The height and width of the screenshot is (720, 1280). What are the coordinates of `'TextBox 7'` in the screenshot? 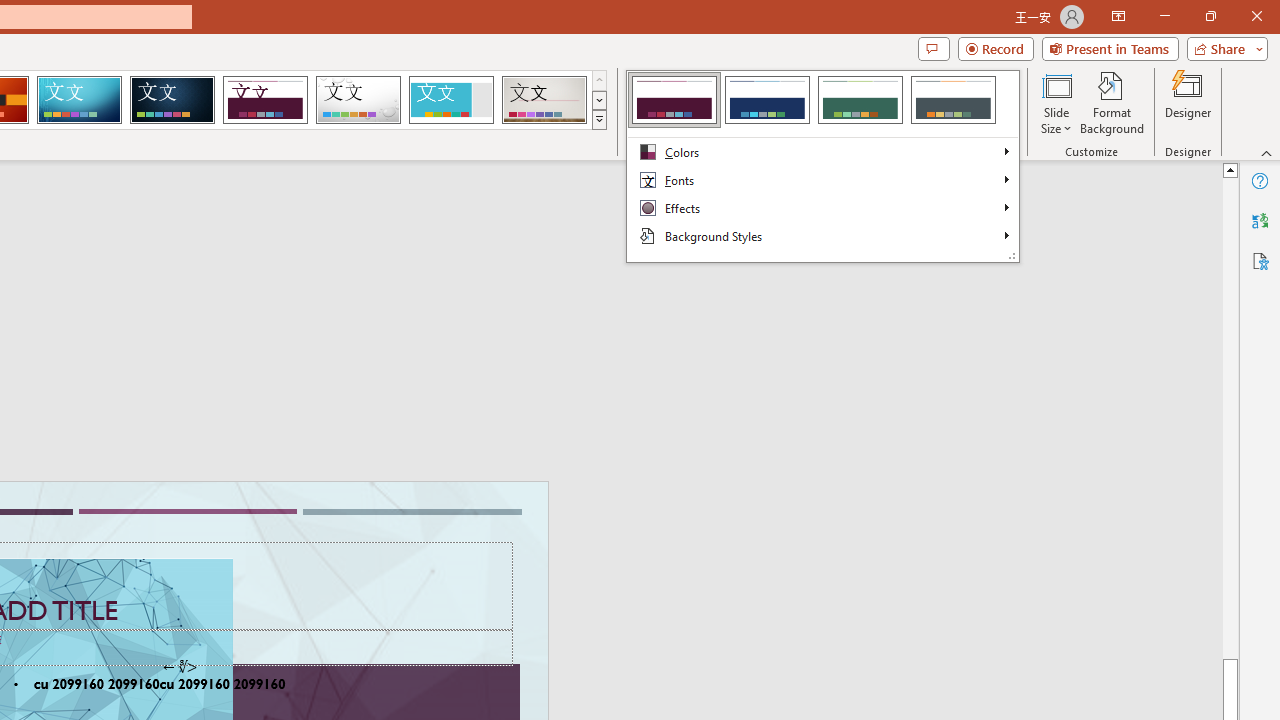 It's located at (179, 667).